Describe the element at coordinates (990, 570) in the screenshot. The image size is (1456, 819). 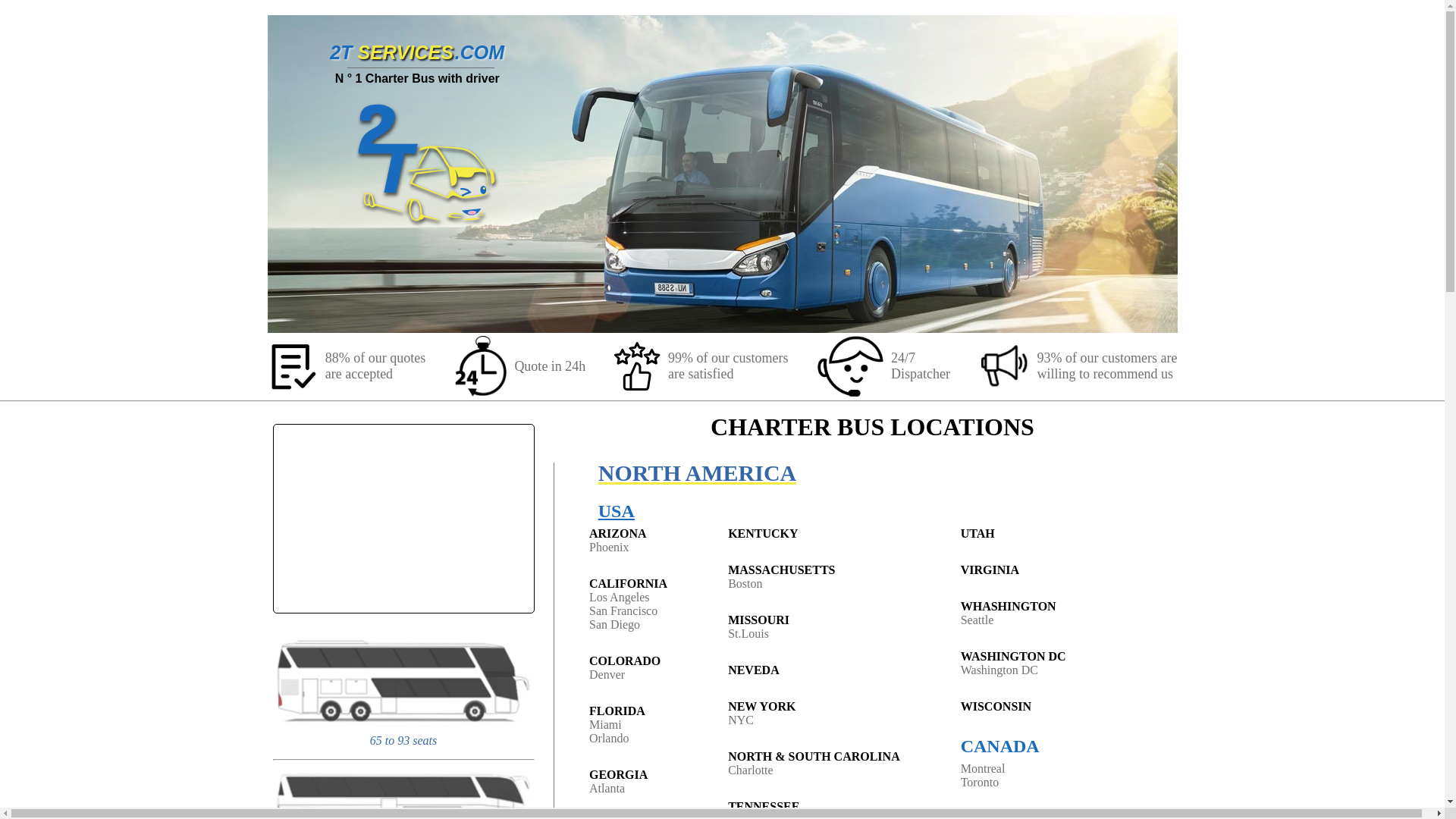
I see `'VIRGINIA'` at that location.